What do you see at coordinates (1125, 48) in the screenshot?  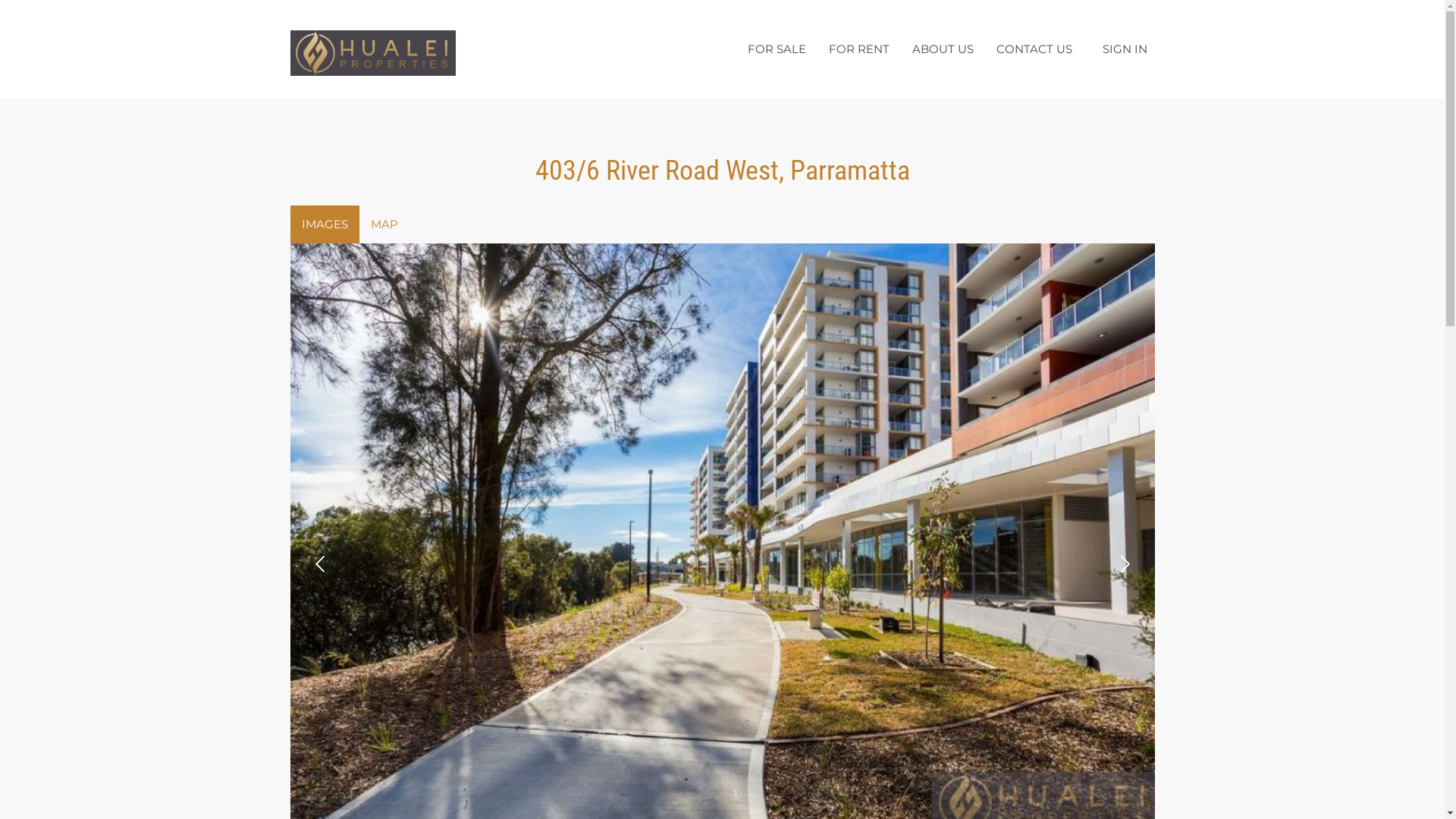 I see `'SIGN IN'` at bounding box center [1125, 48].